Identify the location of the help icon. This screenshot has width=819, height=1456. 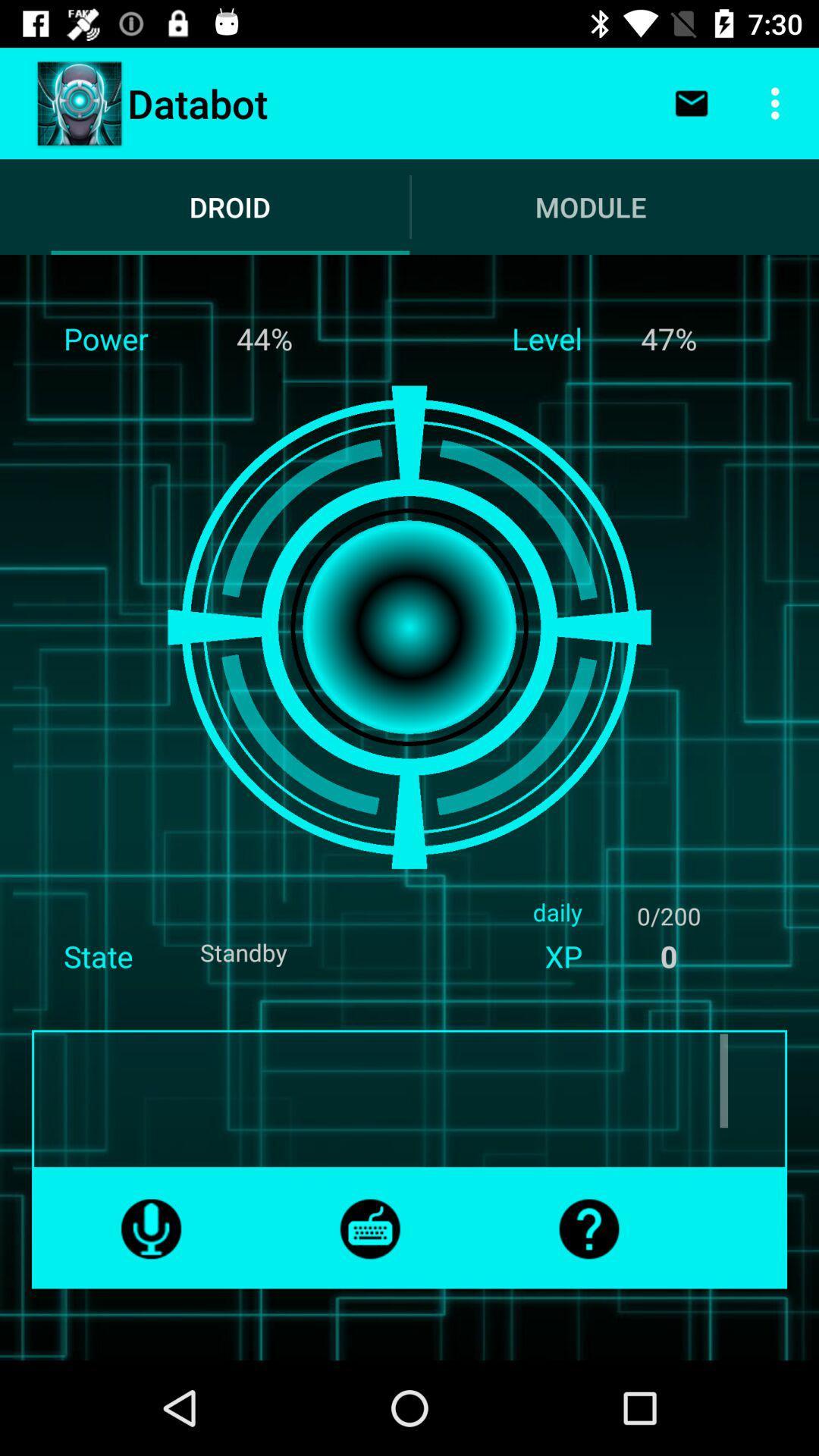
(588, 1228).